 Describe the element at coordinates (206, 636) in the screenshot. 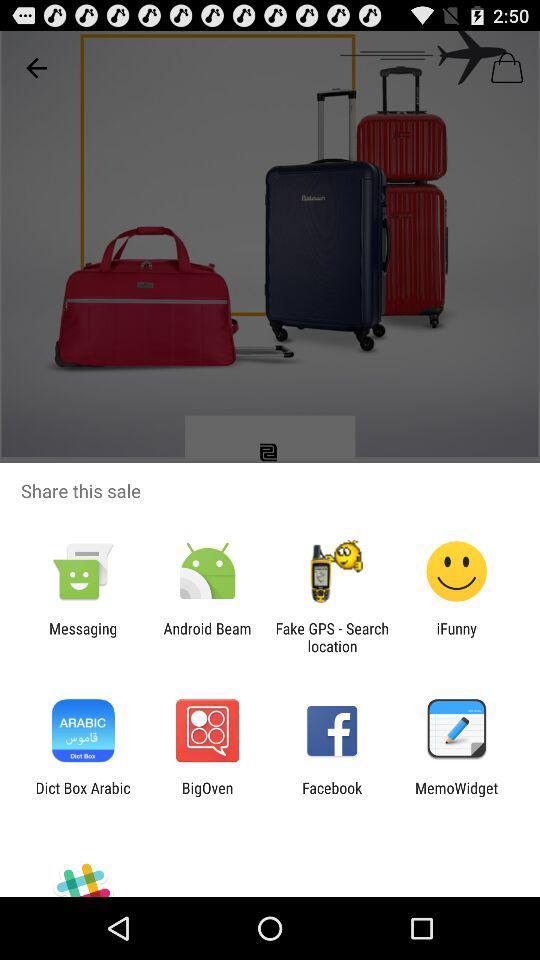

I see `the android beam app` at that location.